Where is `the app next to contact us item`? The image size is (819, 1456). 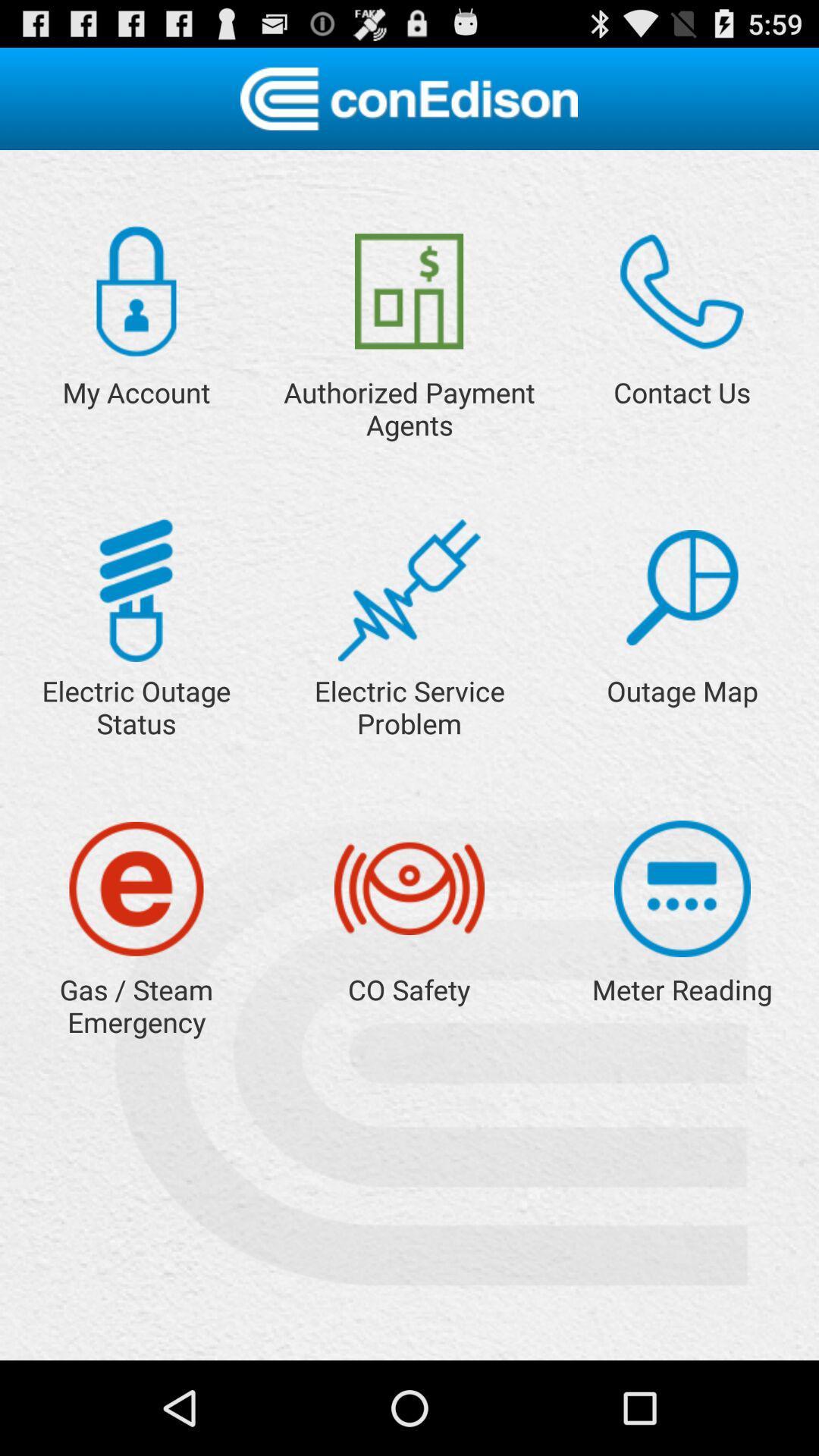 the app next to contact us item is located at coordinates (408, 291).